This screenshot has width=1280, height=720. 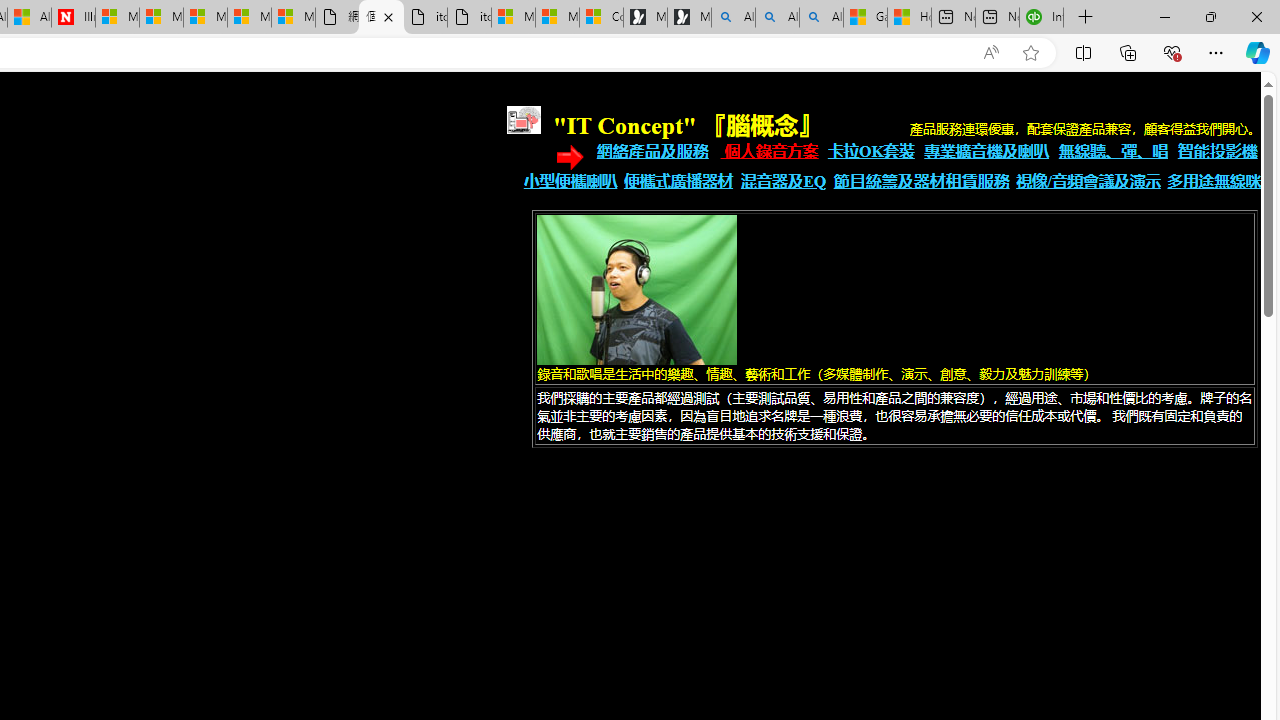 I want to click on 'Consumer Health Data Privacy Policy', so click(x=600, y=17).